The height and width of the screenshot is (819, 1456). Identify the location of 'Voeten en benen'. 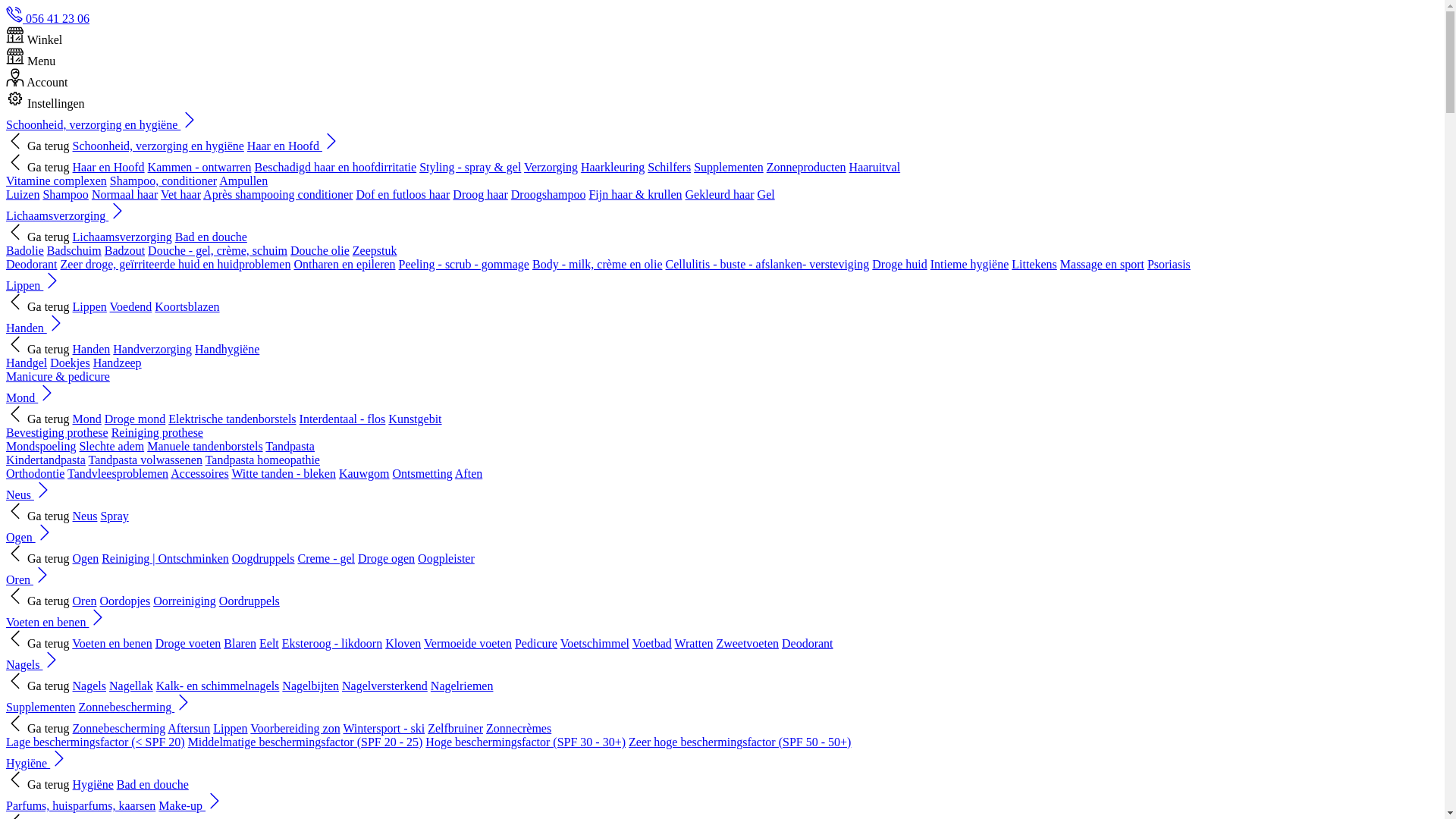
(56, 622).